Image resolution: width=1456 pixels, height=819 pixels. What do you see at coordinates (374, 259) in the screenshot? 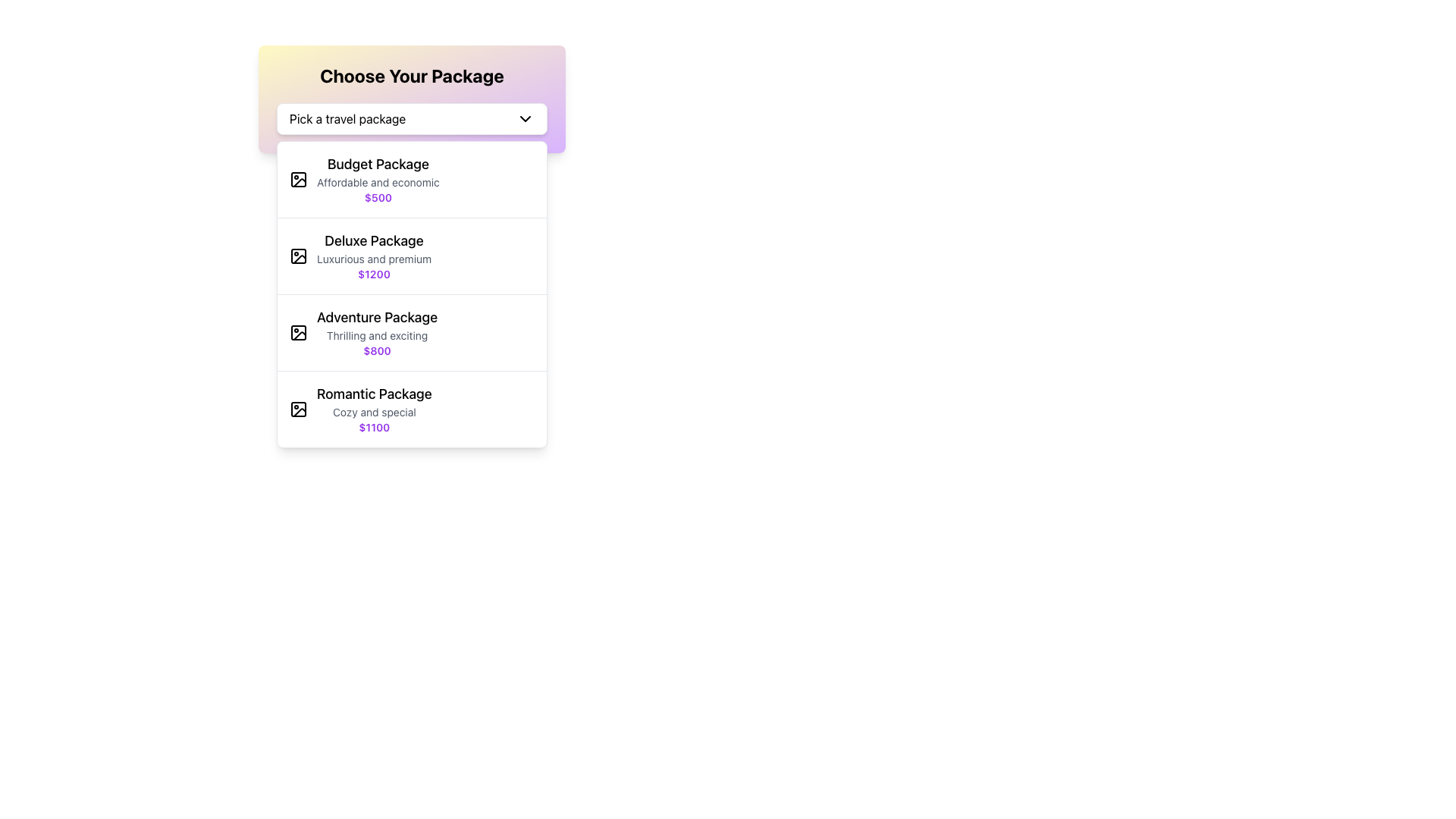
I see `the descriptive text about the 'Deluxe Package' located between the title and the price within the 'Deluxe Package' card` at bounding box center [374, 259].